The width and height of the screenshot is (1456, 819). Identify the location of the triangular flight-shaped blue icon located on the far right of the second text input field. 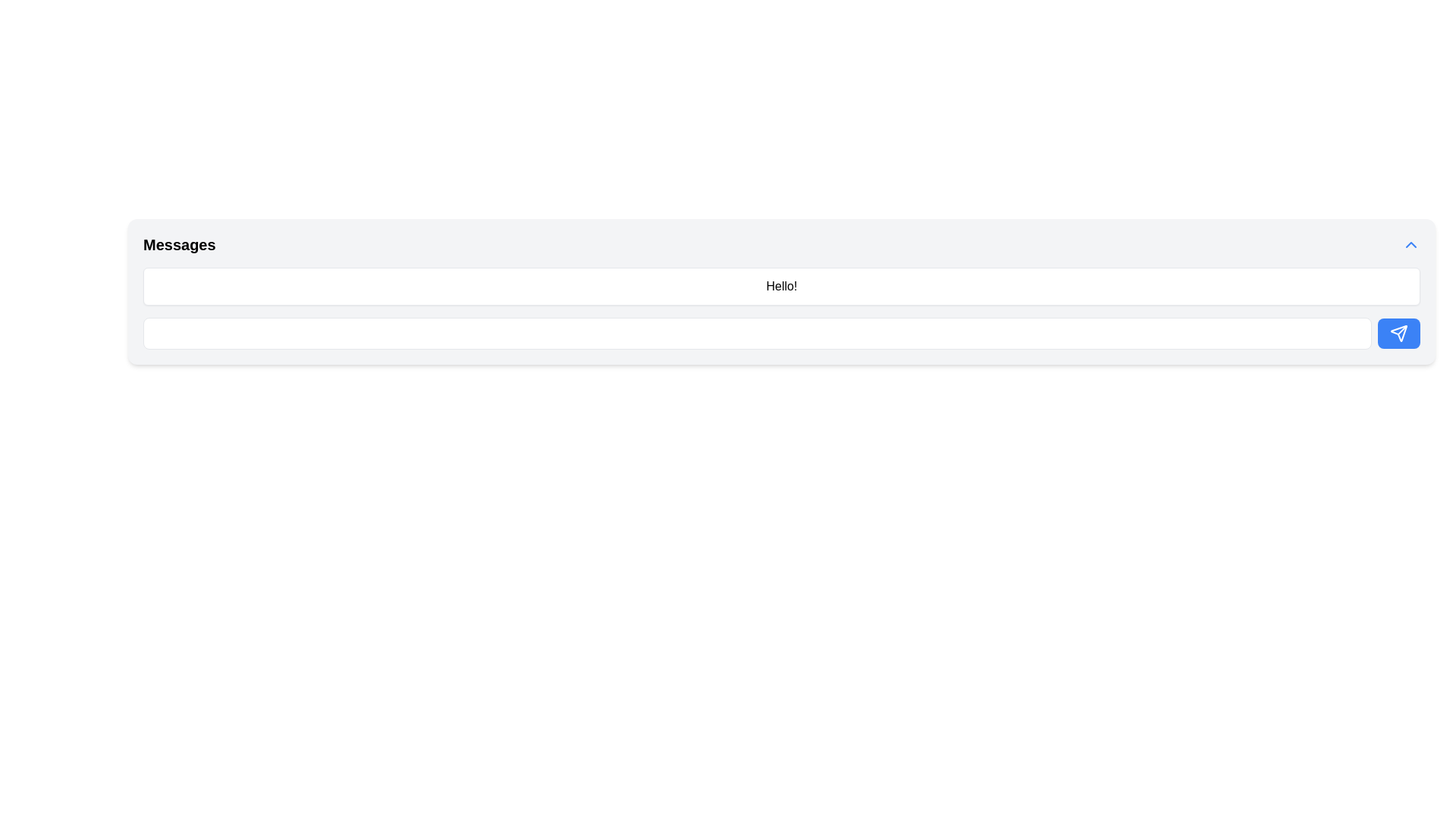
(1398, 332).